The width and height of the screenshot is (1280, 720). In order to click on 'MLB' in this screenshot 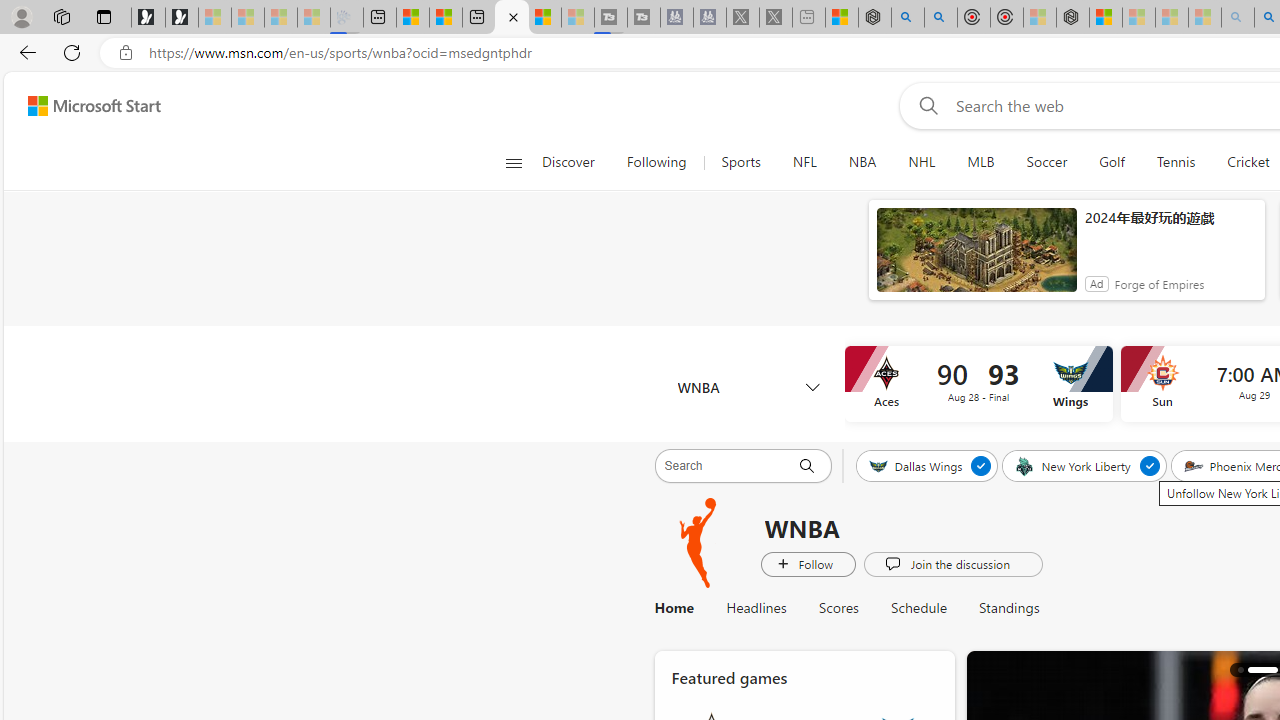, I will do `click(981, 162)`.